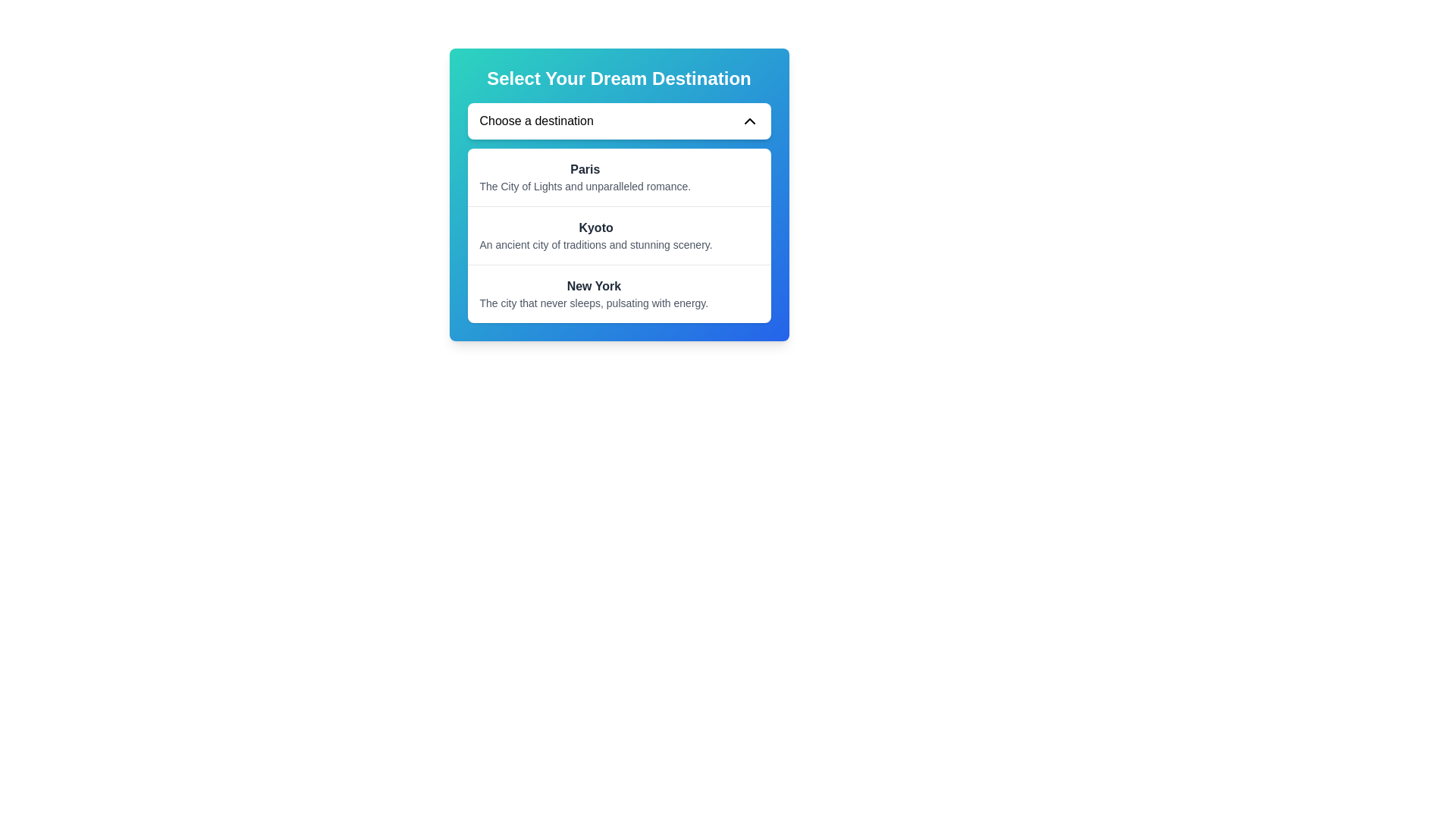 The width and height of the screenshot is (1456, 819). I want to click on the text block displaying 'Kyoto' which is the second option in the dropdown menu, so click(595, 236).